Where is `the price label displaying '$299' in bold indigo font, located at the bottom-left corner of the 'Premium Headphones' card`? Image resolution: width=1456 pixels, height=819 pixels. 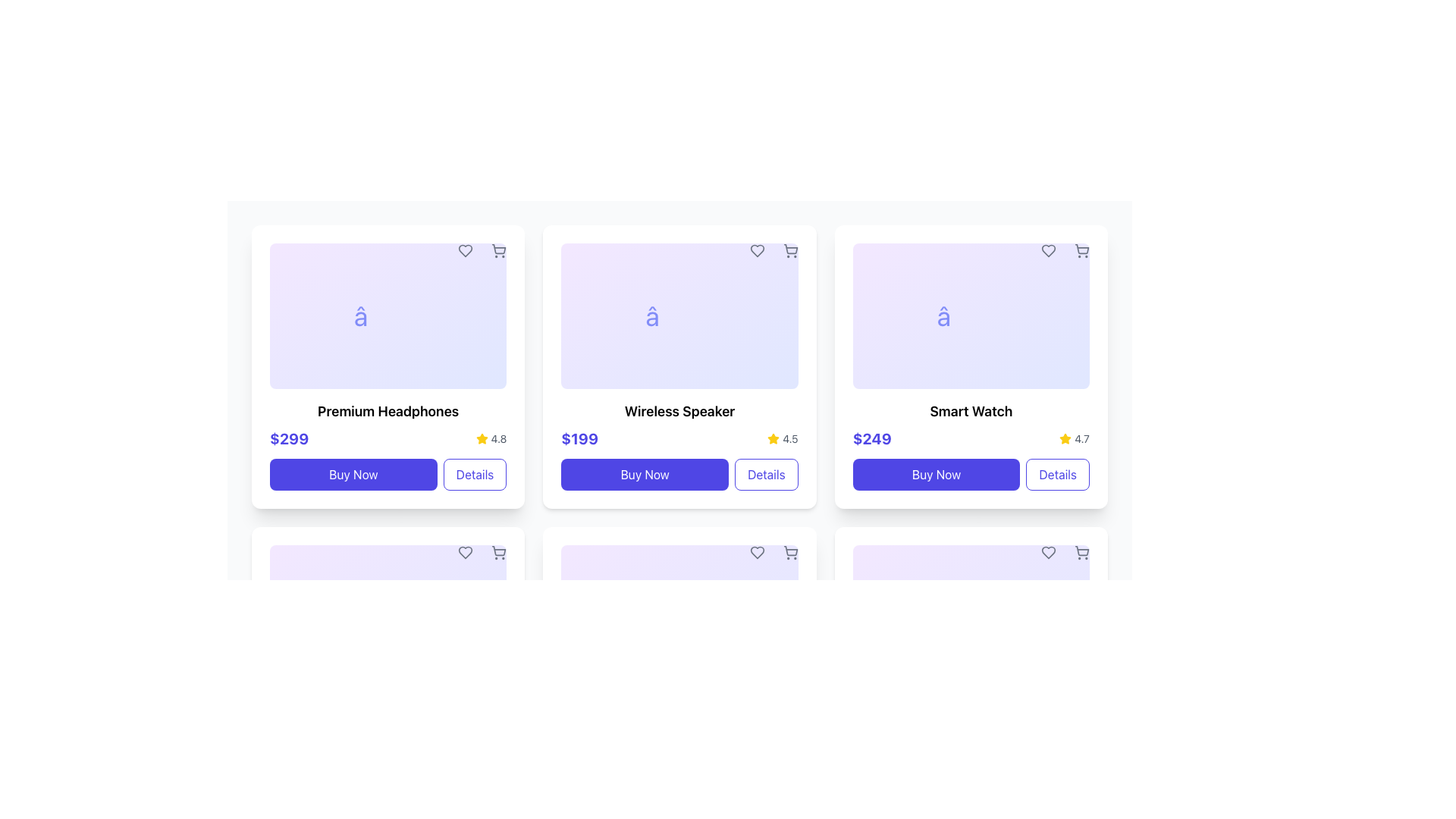 the price label displaying '$299' in bold indigo font, located at the bottom-left corner of the 'Premium Headphones' card is located at coordinates (289, 438).